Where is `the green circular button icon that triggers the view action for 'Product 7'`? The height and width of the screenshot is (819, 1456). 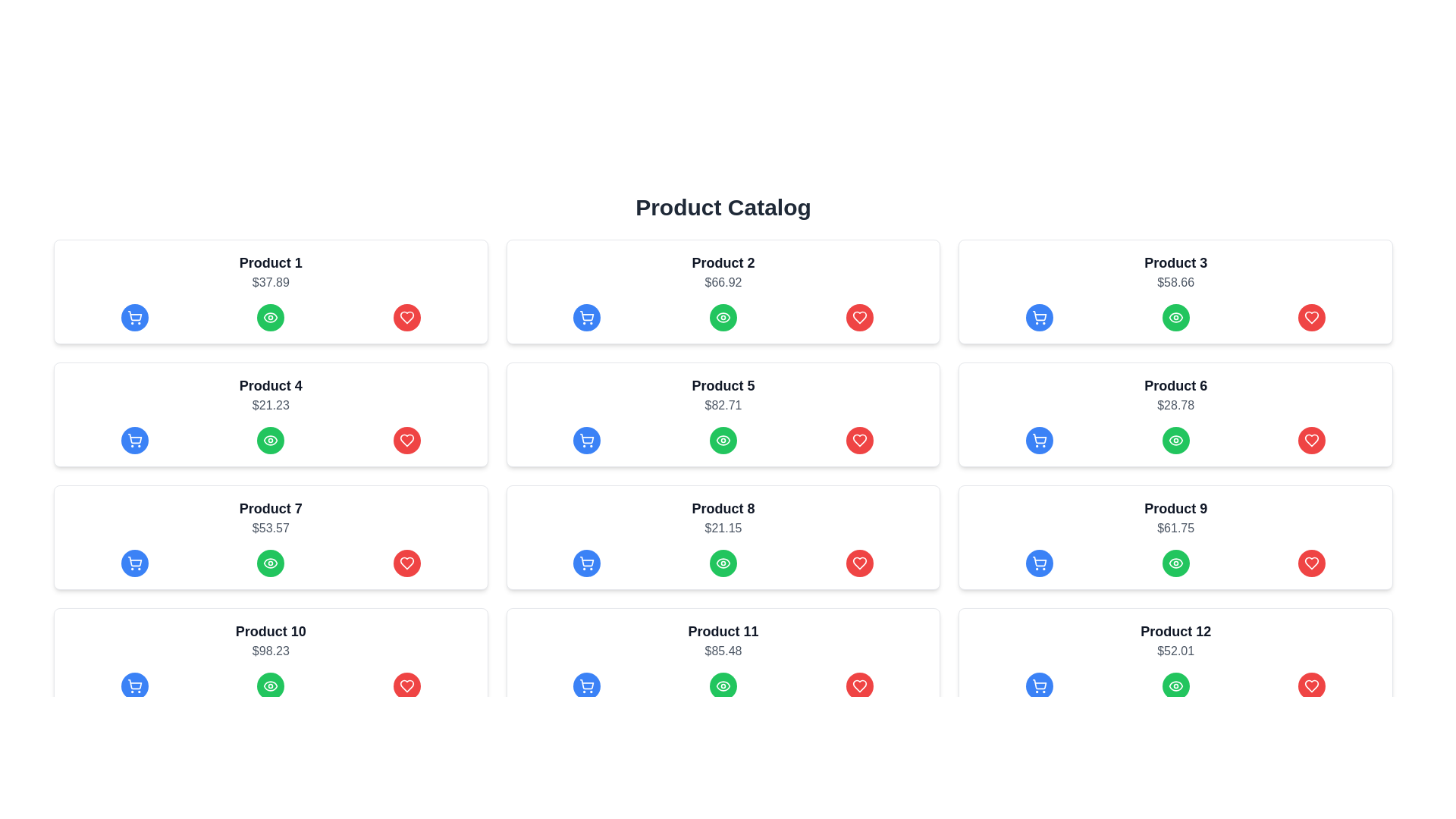 the green circular button icon that triggers the view action for 'Product 7' is located at coordinates (271, 563).